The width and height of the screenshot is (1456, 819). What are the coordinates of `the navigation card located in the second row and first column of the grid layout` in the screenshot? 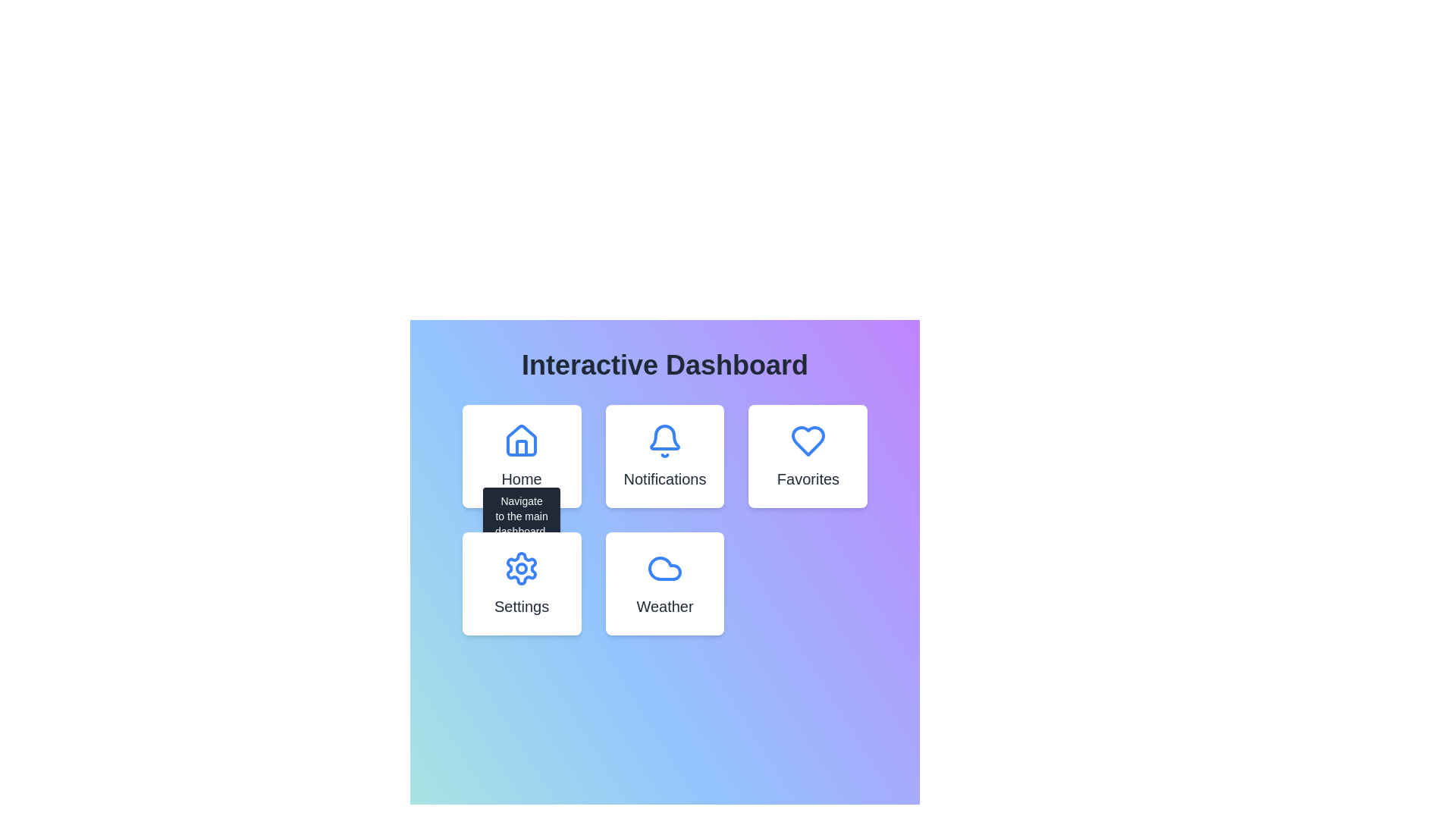 It's located at (522, 583).